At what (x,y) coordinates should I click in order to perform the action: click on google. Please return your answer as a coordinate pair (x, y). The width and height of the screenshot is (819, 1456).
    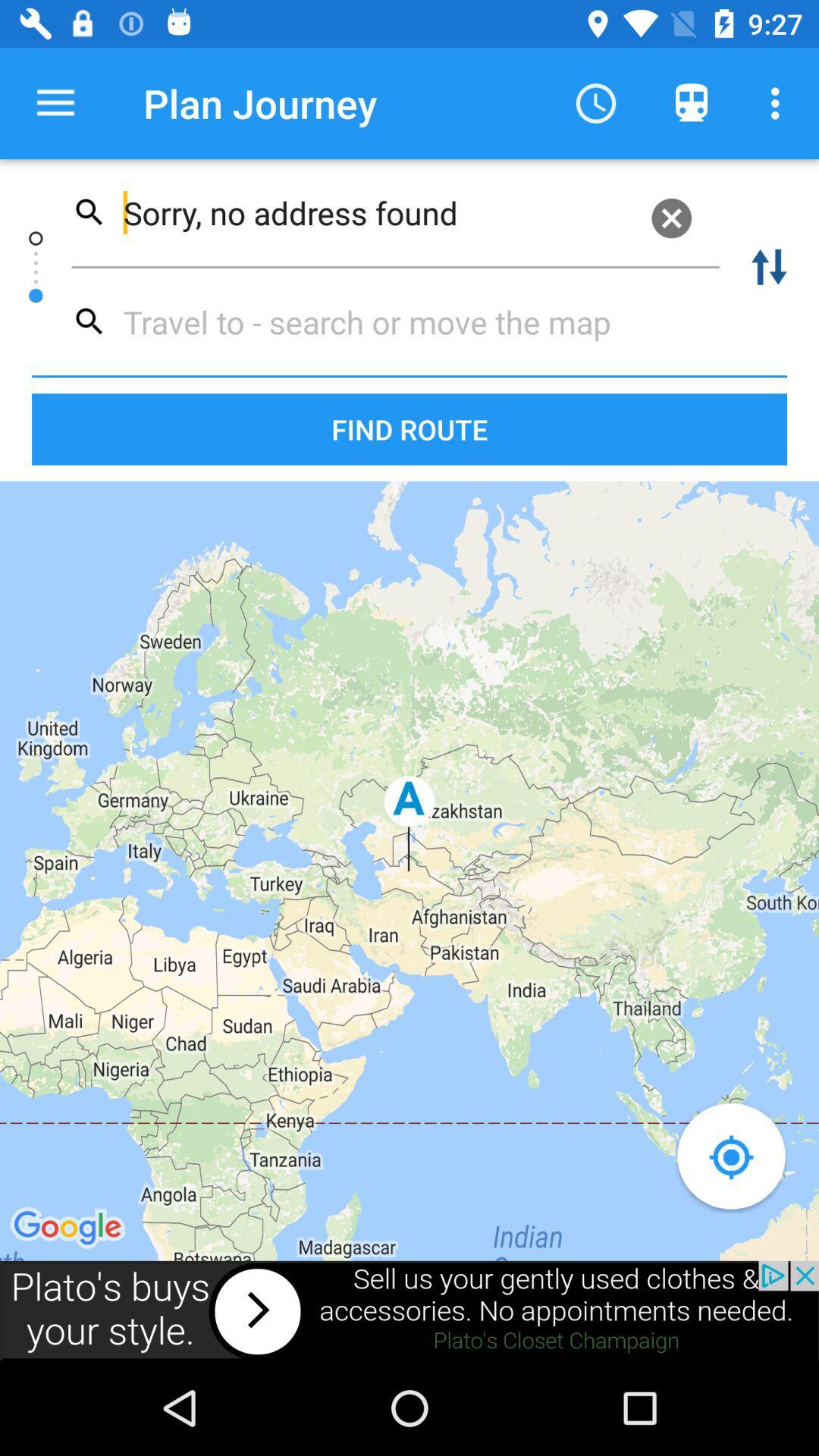
    Looking at the image, I should click on (70, 1228).